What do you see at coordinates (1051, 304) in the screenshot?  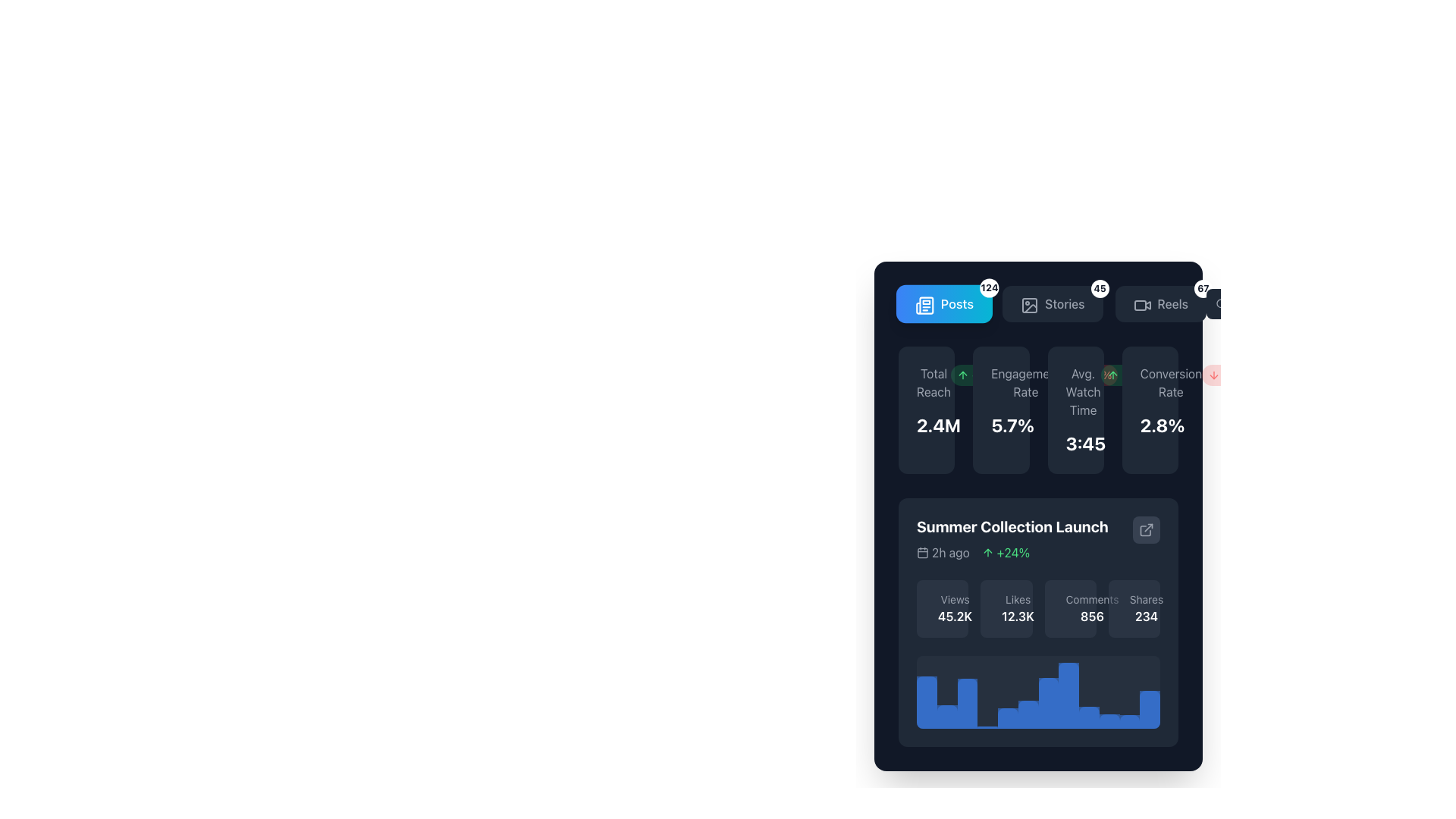 I see `the button labeled 'Stories' with a dark gray background and lighter gray text` at bounding box center [1051, 304].